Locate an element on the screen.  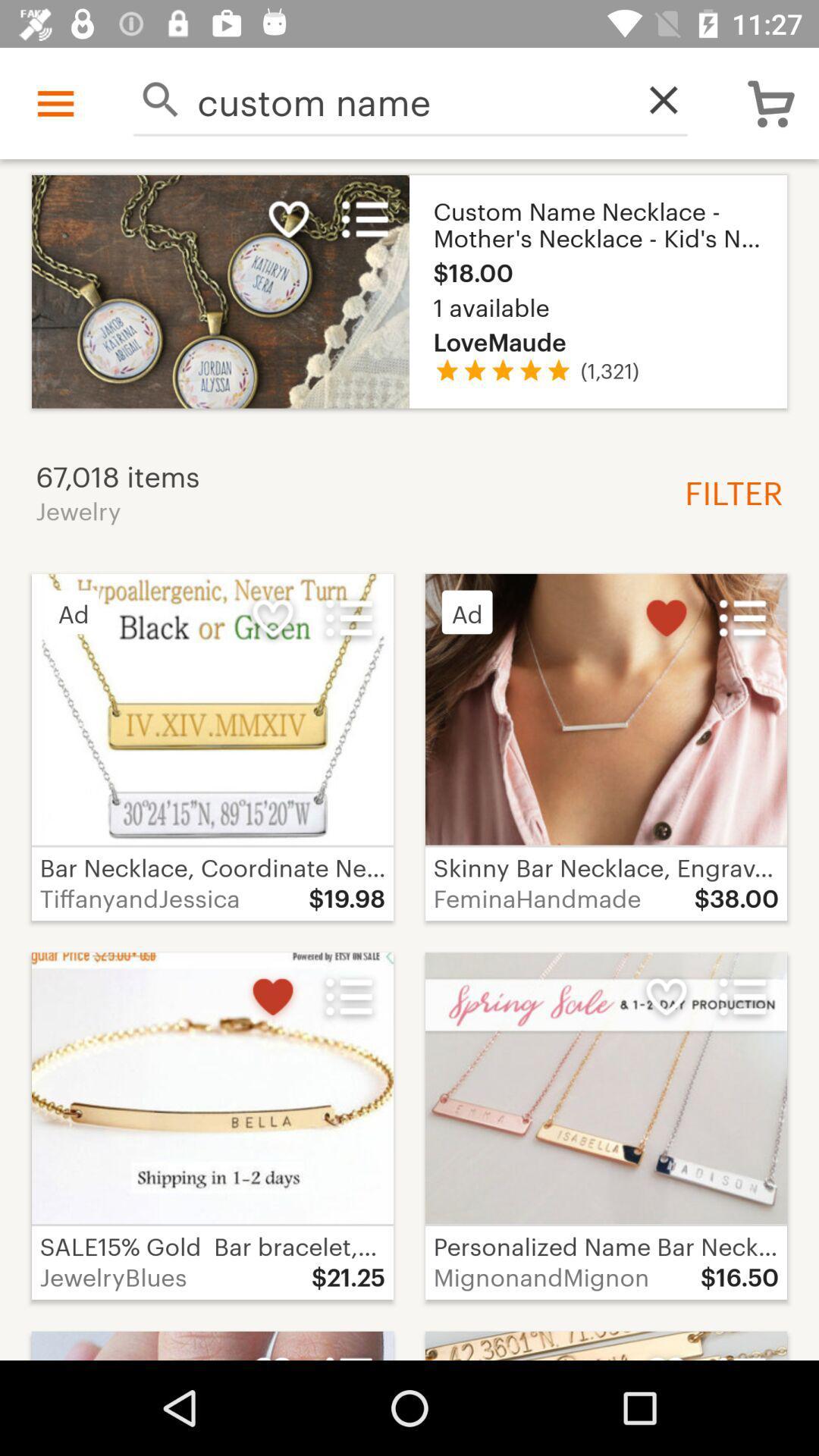
item next to 67,018 items icon is located at coordinates (727, 491).